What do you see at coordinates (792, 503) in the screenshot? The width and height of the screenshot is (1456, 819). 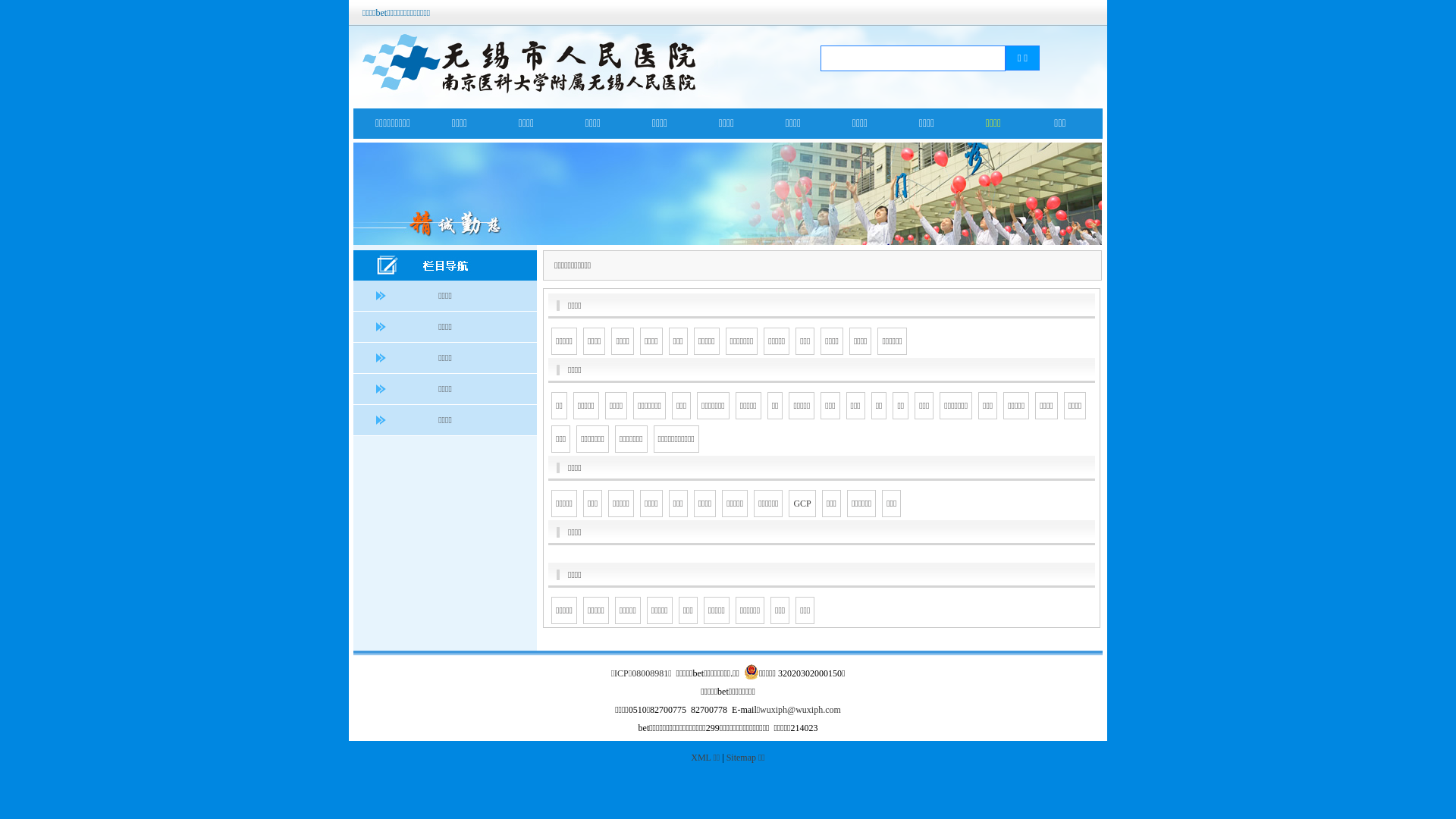 I see `'GCP'` at bounding box center [792, 503].